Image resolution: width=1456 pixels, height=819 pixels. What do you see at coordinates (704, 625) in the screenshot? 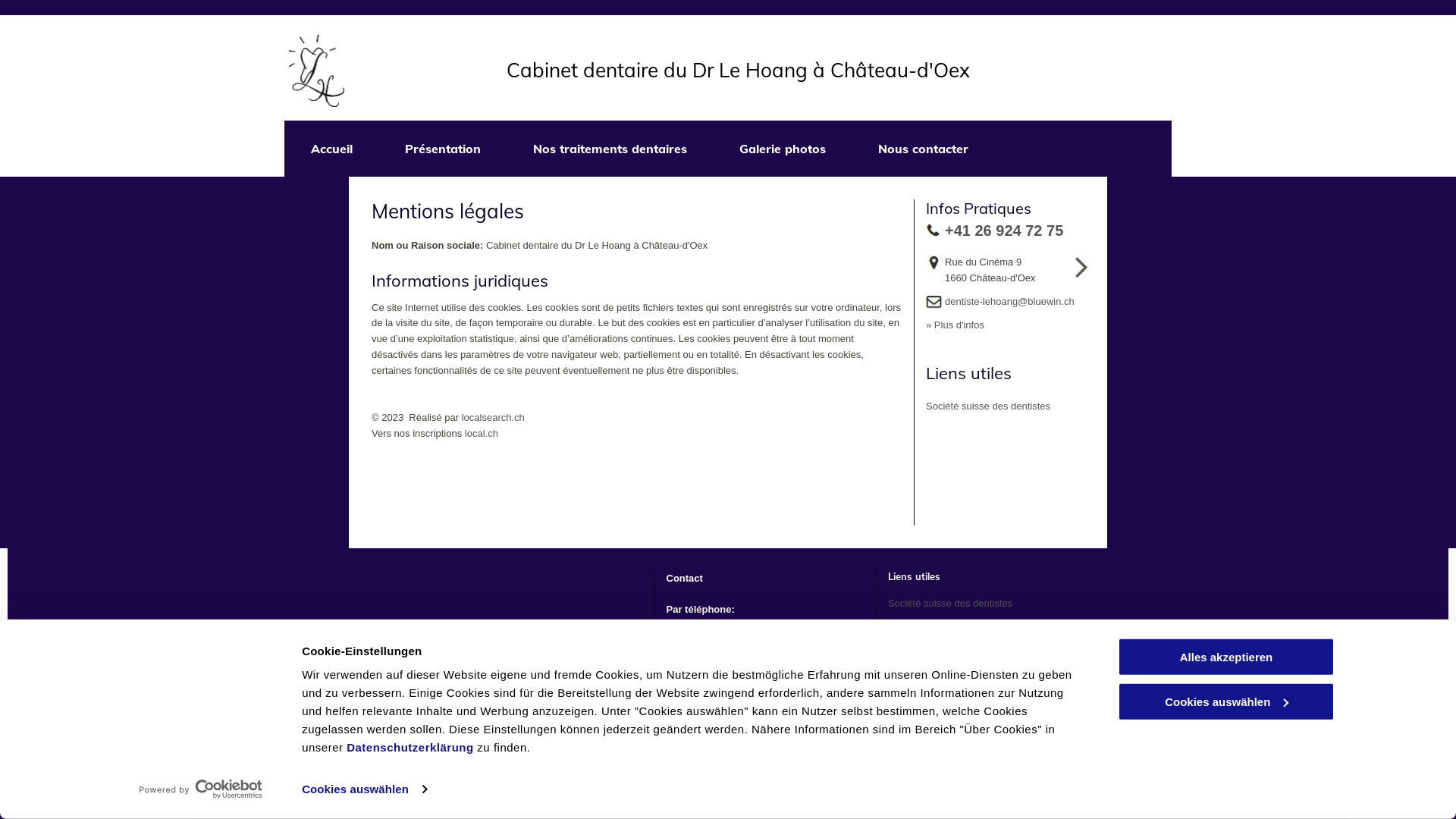
I see `'+41 26 924 72 75'` at bounding box center [704, 625].